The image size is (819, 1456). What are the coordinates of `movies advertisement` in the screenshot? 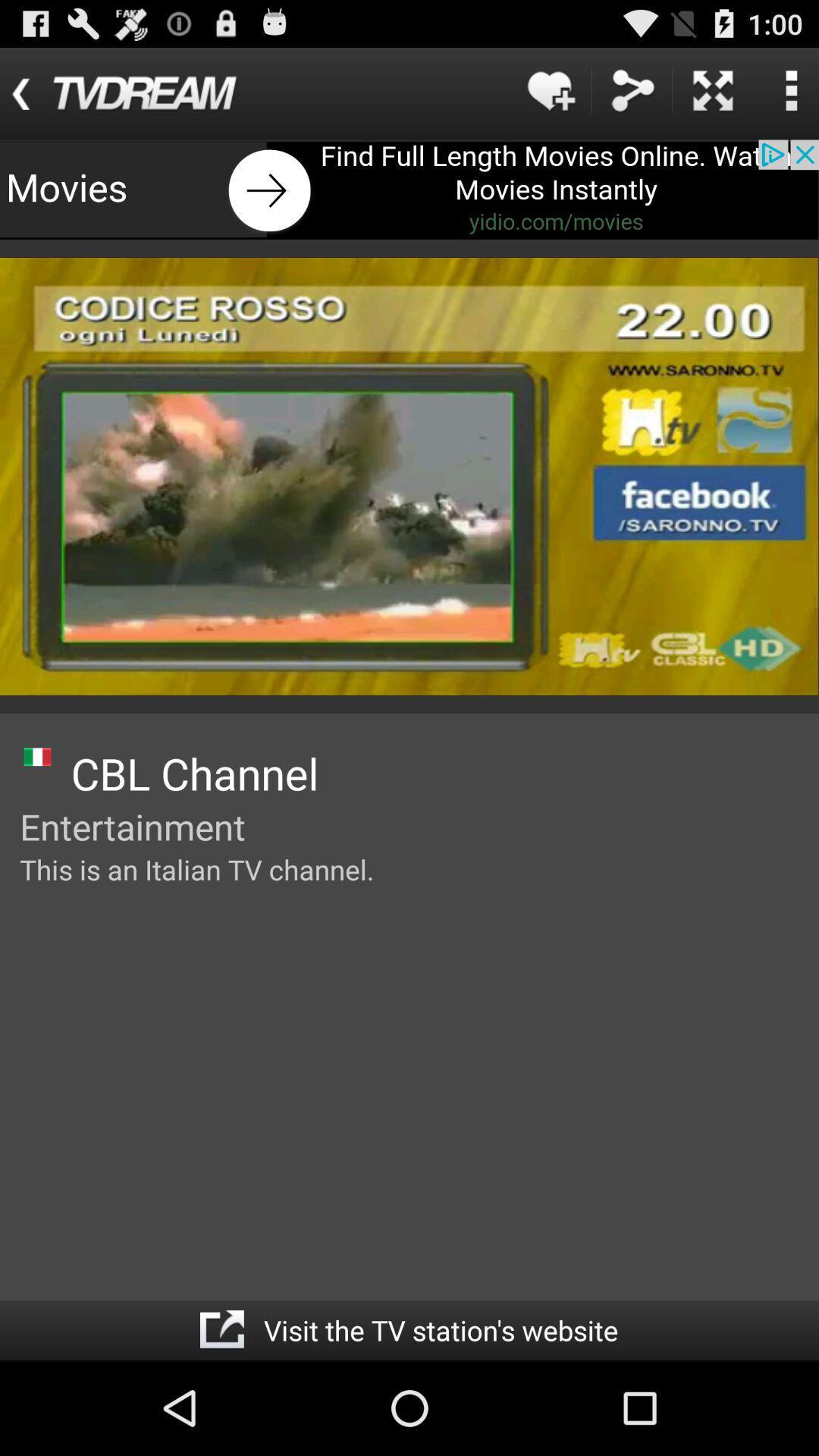 It's located at (409, 189).